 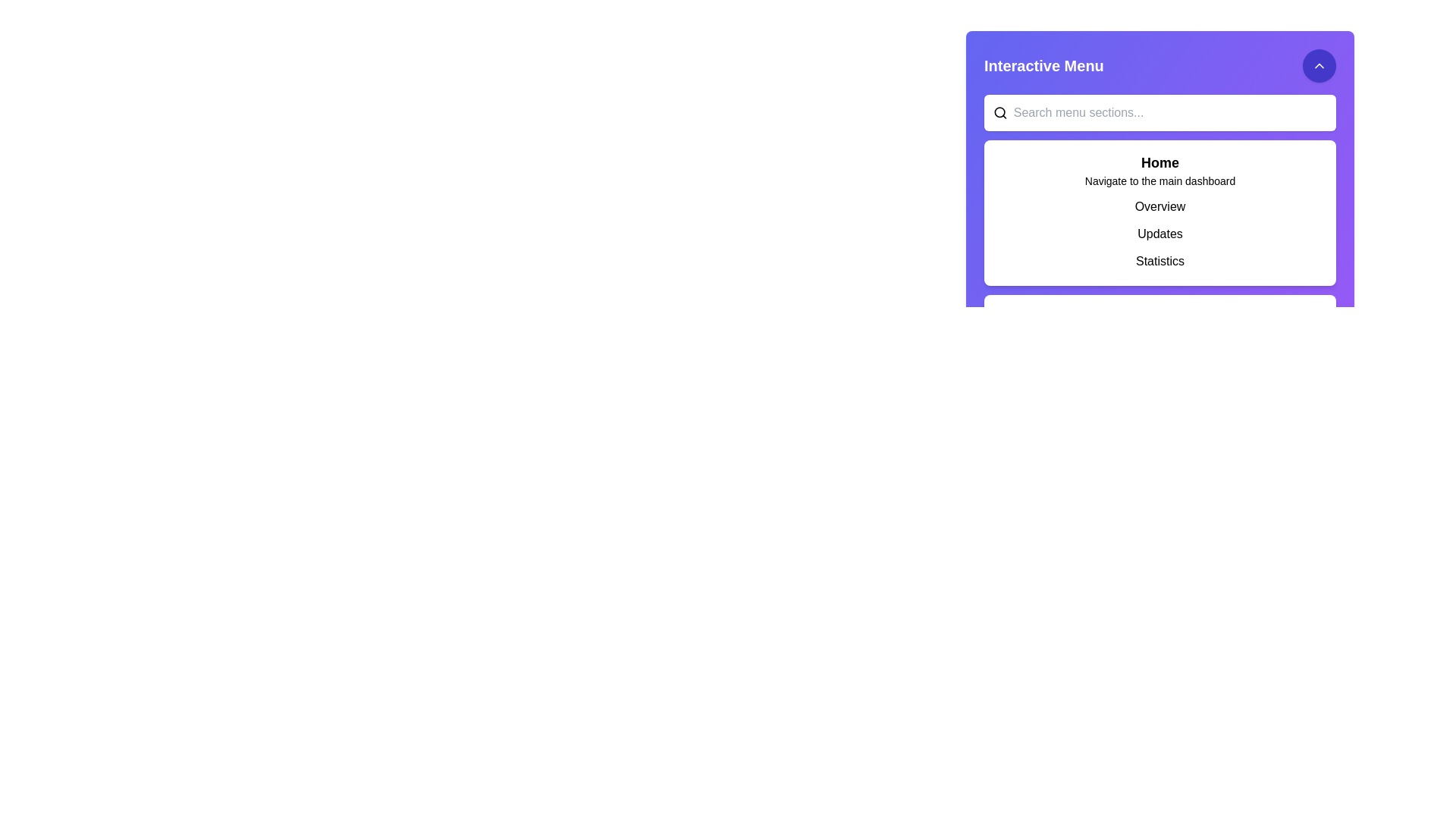 What do you see at coordinates (999, 111) in the screenshot?
I see `the circular SVG graphic that represents the search functionality for the input field labeled 'Search menu sections...'` at bounding box center [999, 111].